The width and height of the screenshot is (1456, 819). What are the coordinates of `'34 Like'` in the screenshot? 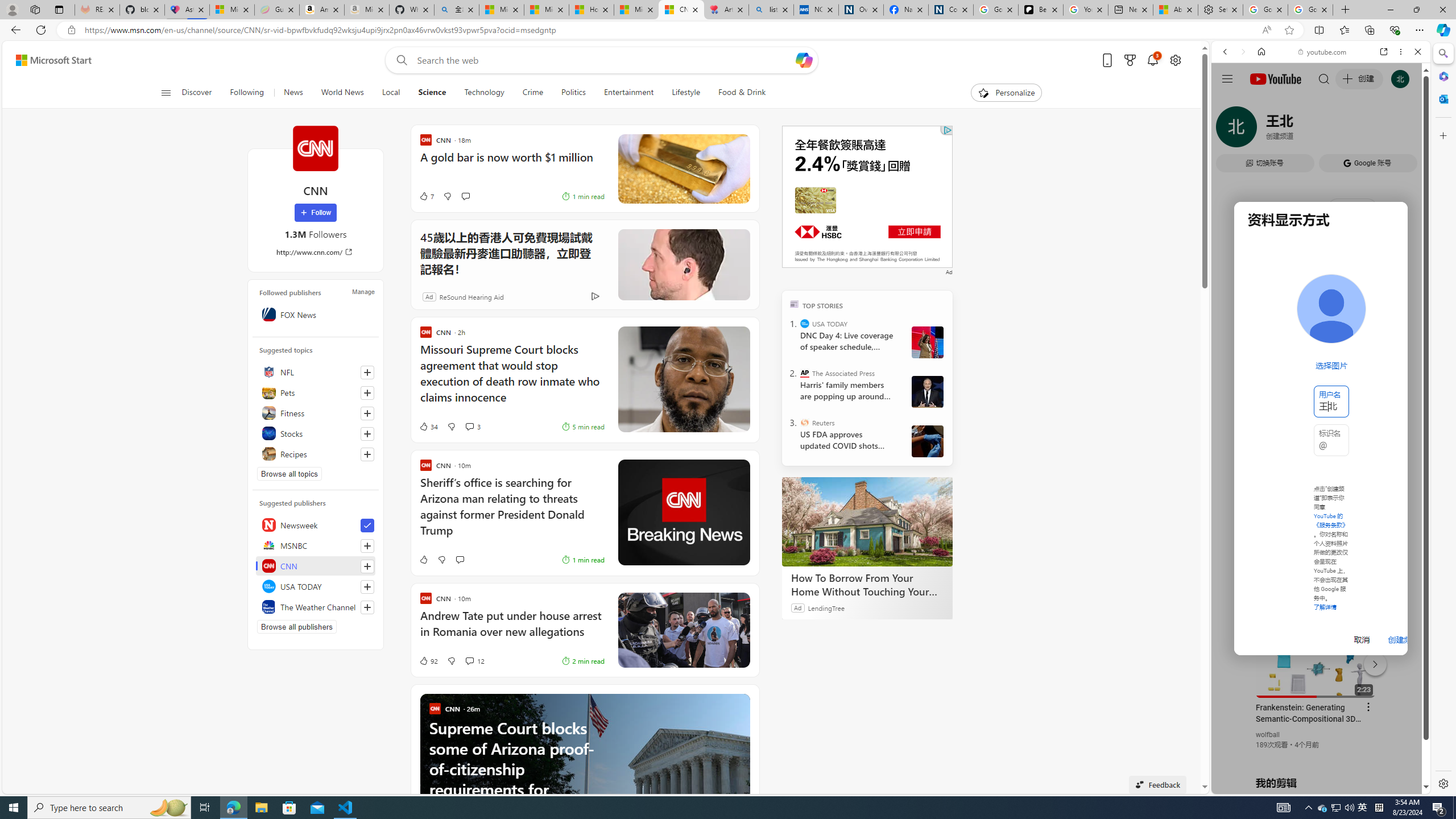 It's located at (427, 427).